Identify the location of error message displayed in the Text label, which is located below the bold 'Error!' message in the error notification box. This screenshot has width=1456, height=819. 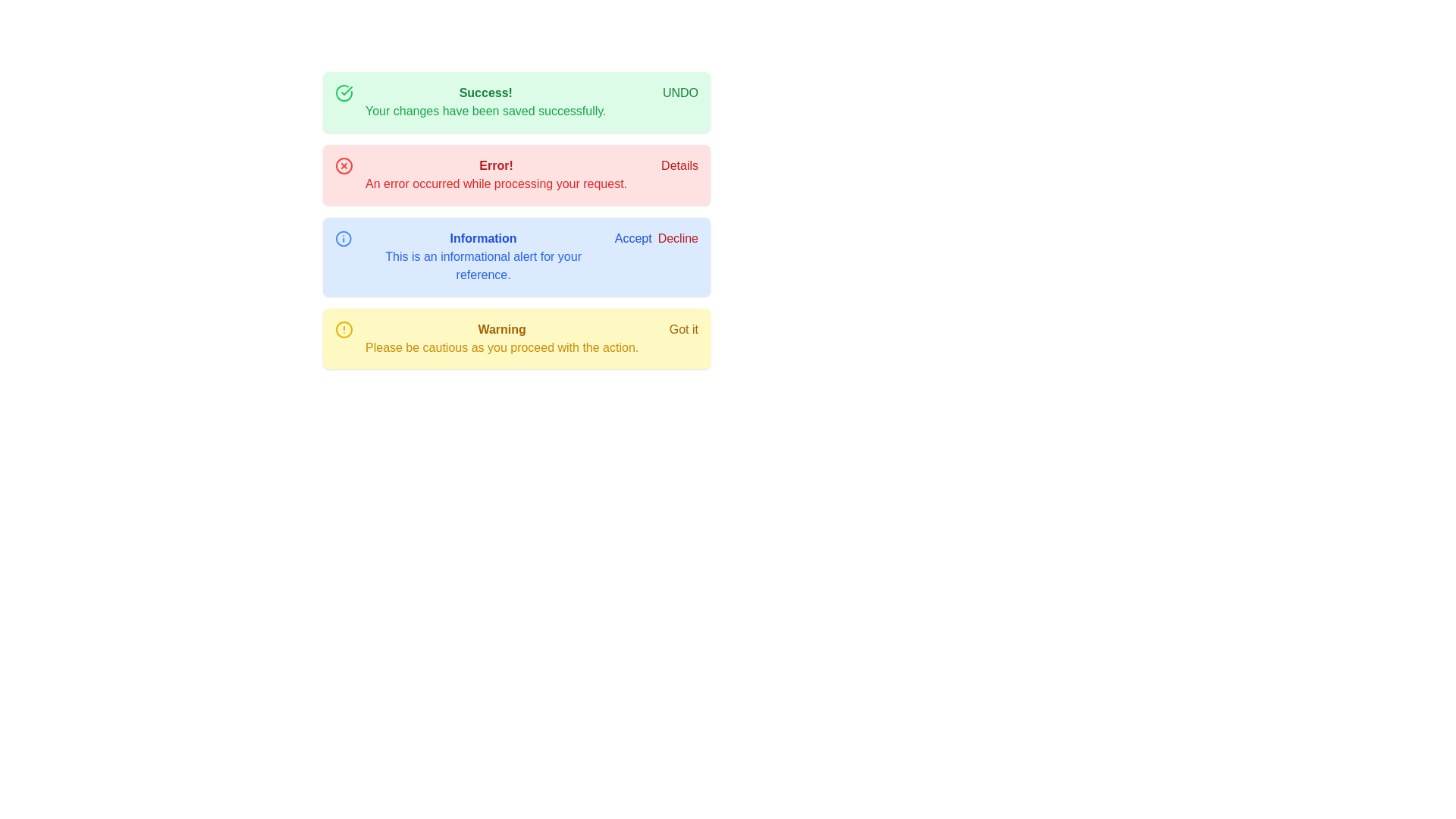
(496, 184).